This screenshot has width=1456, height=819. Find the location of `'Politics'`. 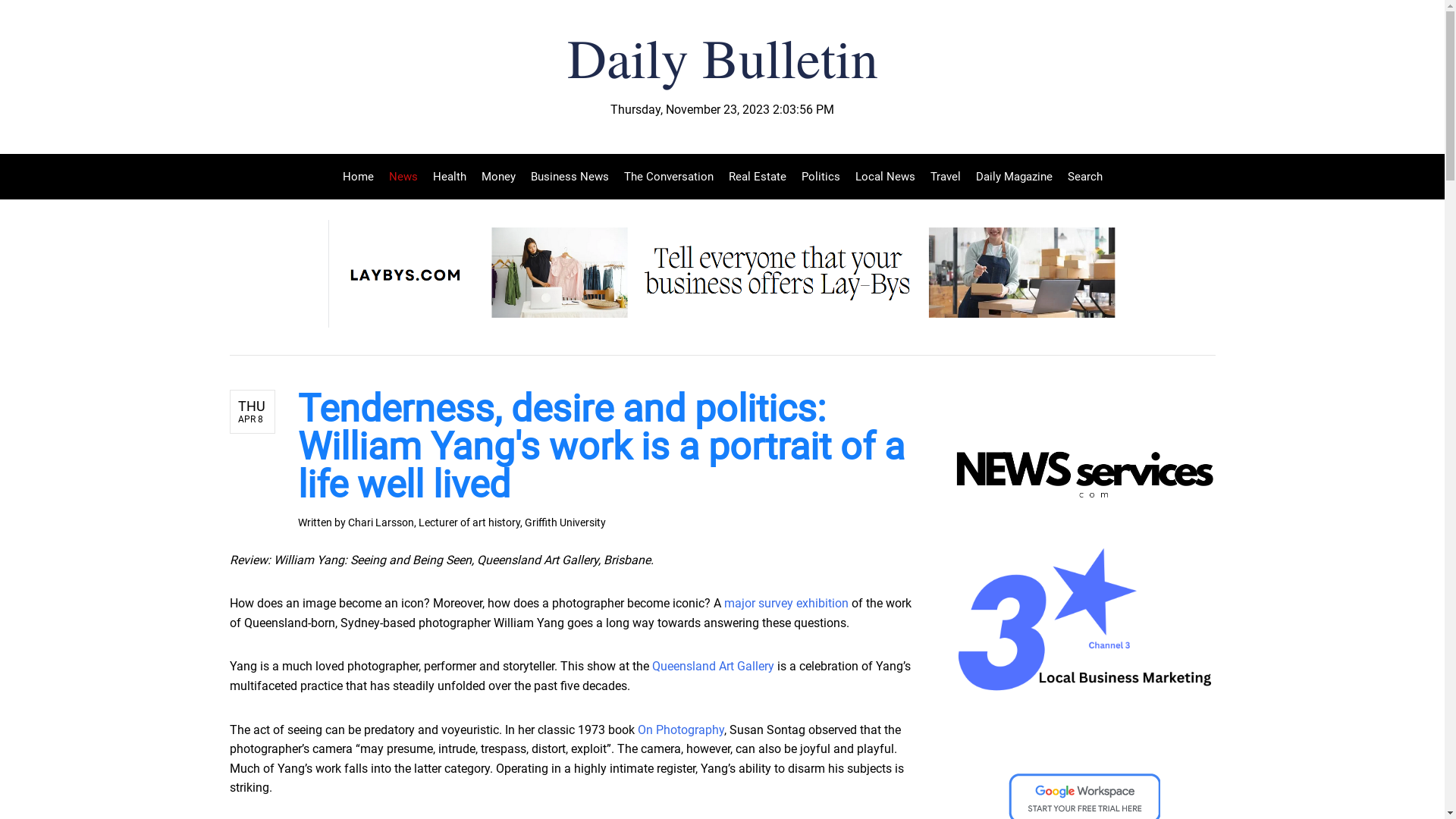

'Politics' is located at coordinates (792, 175).